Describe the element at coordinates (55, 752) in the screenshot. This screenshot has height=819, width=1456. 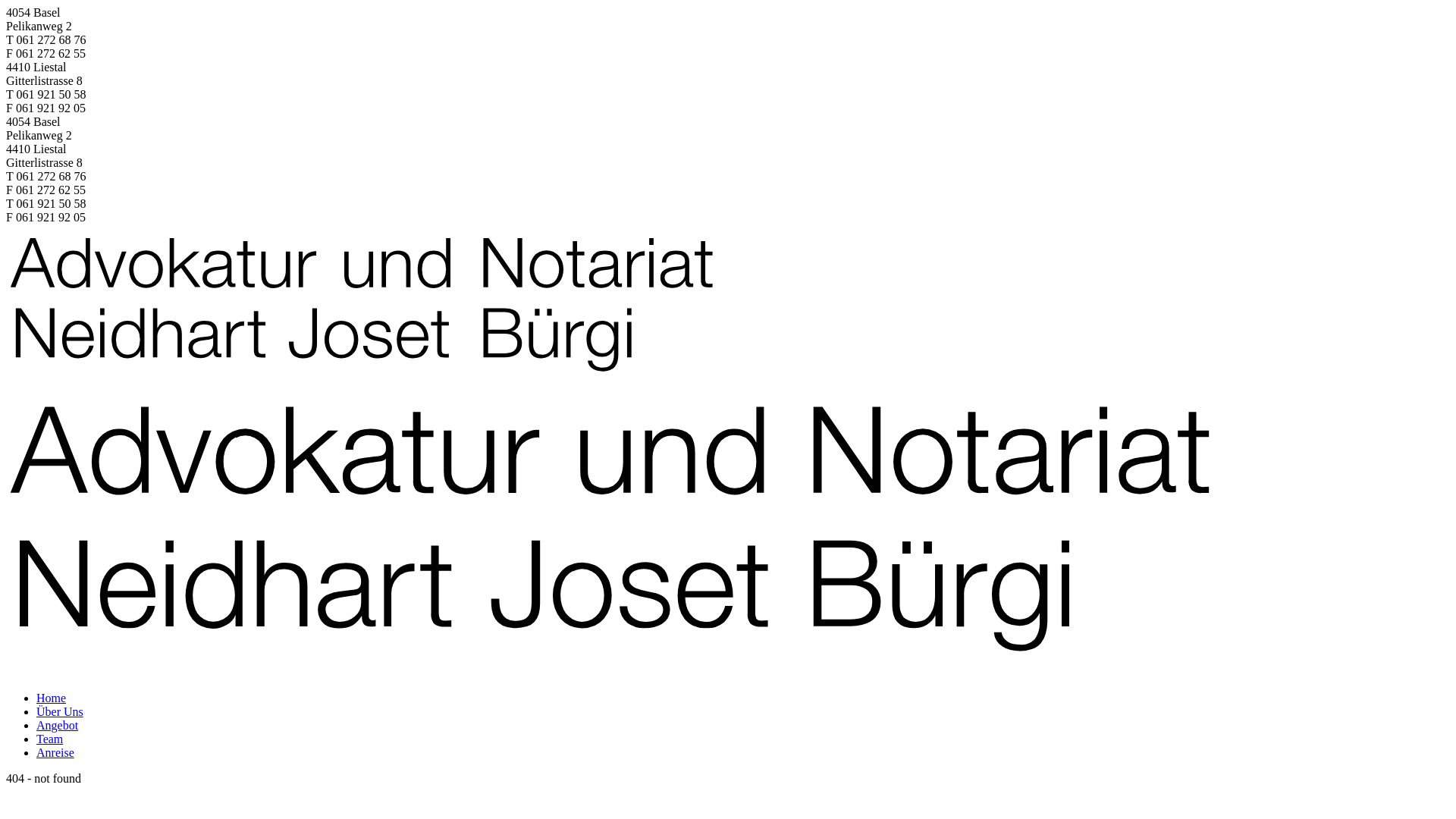
I see `'Anreise'` at that location.